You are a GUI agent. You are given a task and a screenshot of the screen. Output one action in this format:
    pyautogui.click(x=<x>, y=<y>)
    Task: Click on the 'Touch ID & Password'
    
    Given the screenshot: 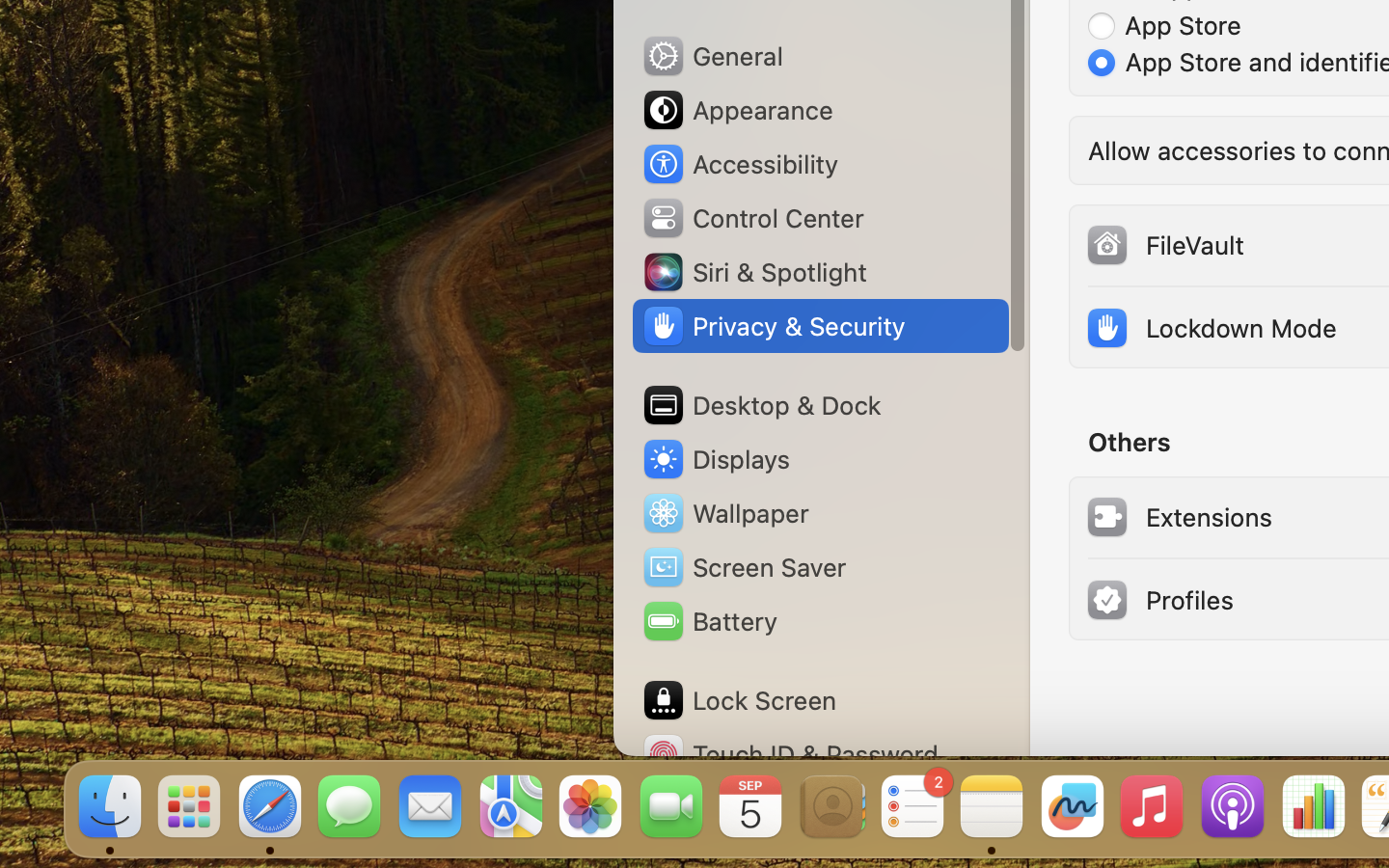 What is the action you would take?
    pyautogui.click(x=790, y=753)
    